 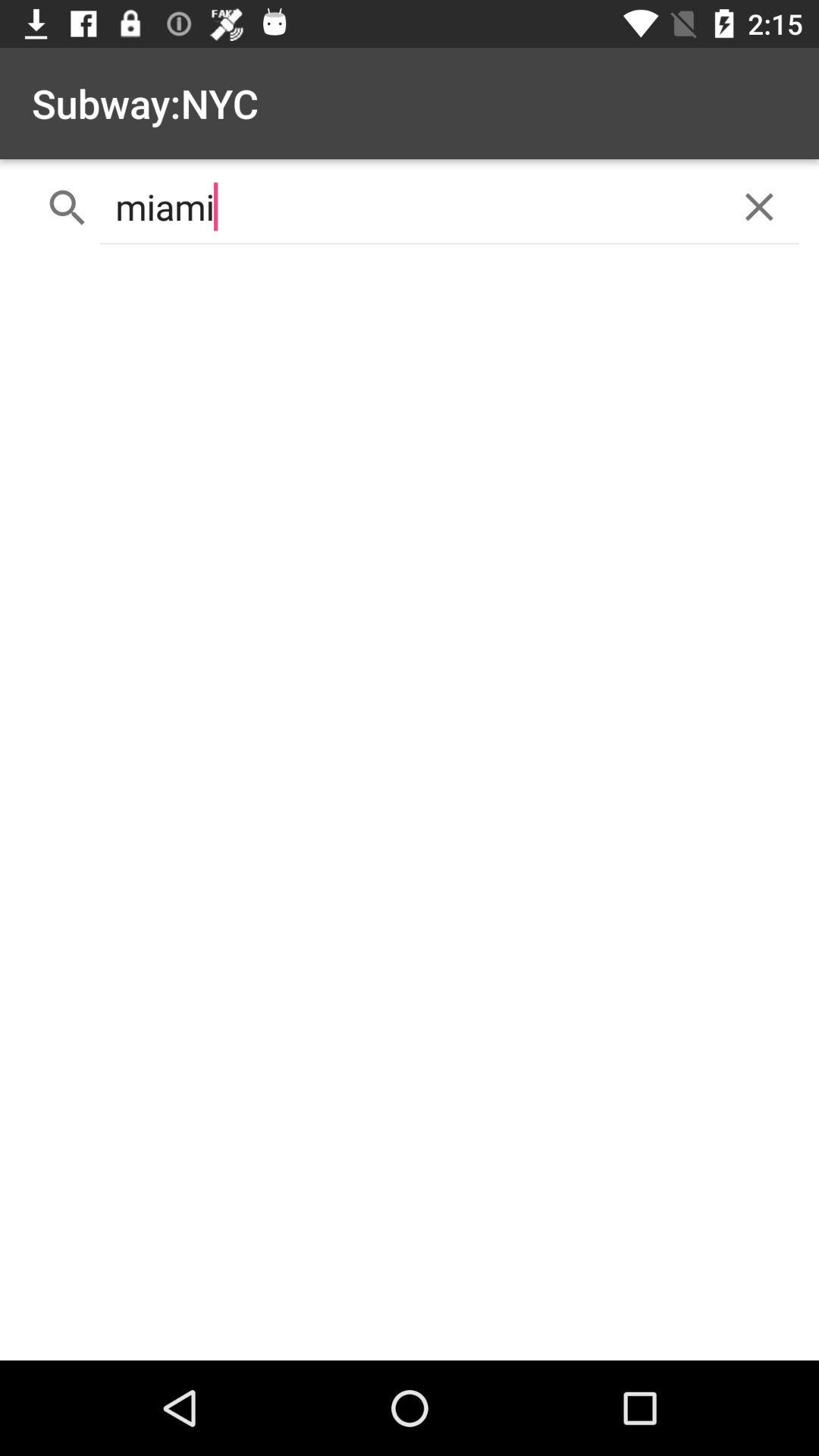 What do you see at coordinates (759, 206) in the screenshot?
I see `the close icon` at bounding box center [759, 206].